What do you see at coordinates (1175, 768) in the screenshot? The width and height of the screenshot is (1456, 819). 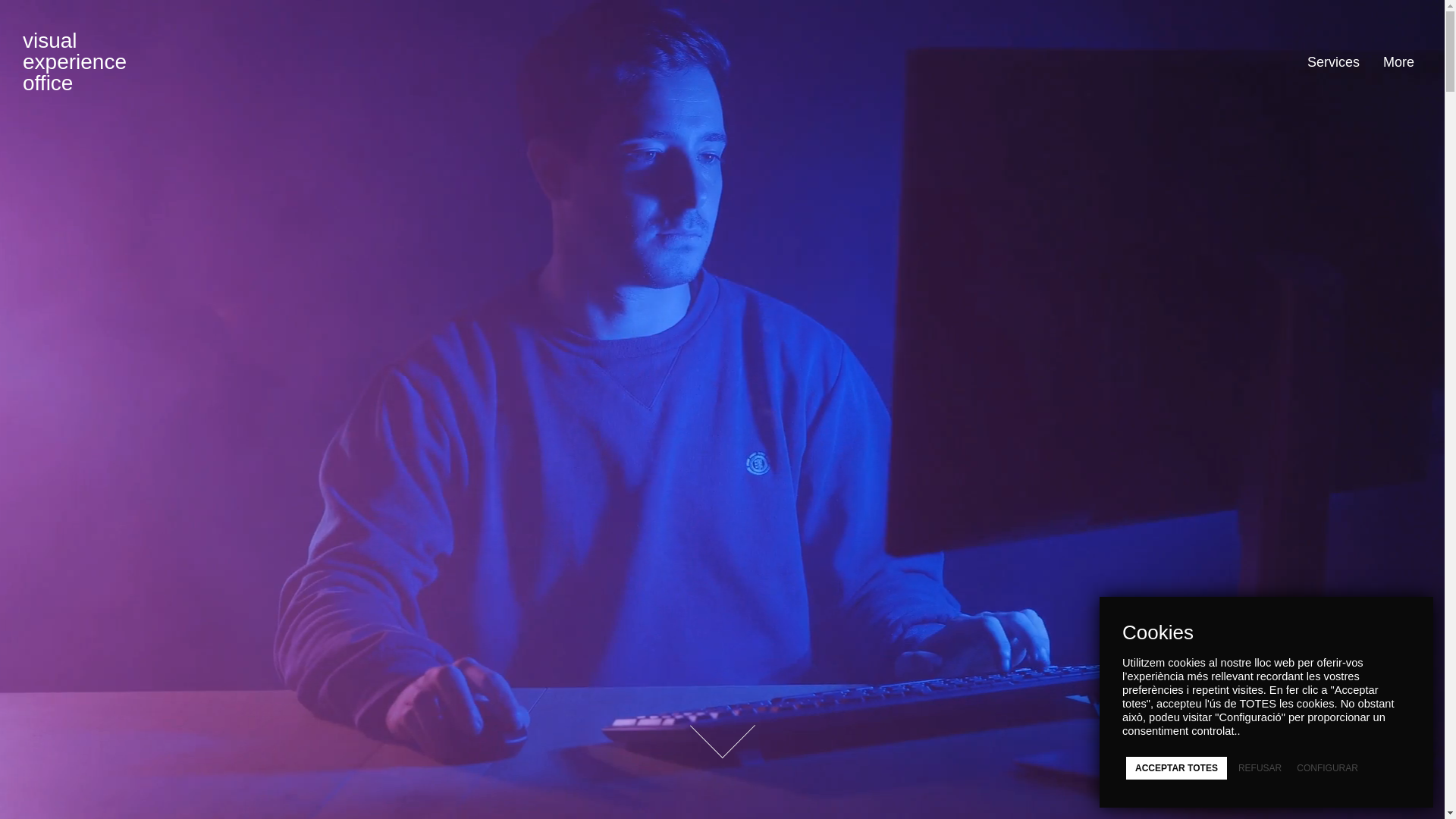 I see `'ACCEPTAR TOTES'` at bounding box center [1175, 768].